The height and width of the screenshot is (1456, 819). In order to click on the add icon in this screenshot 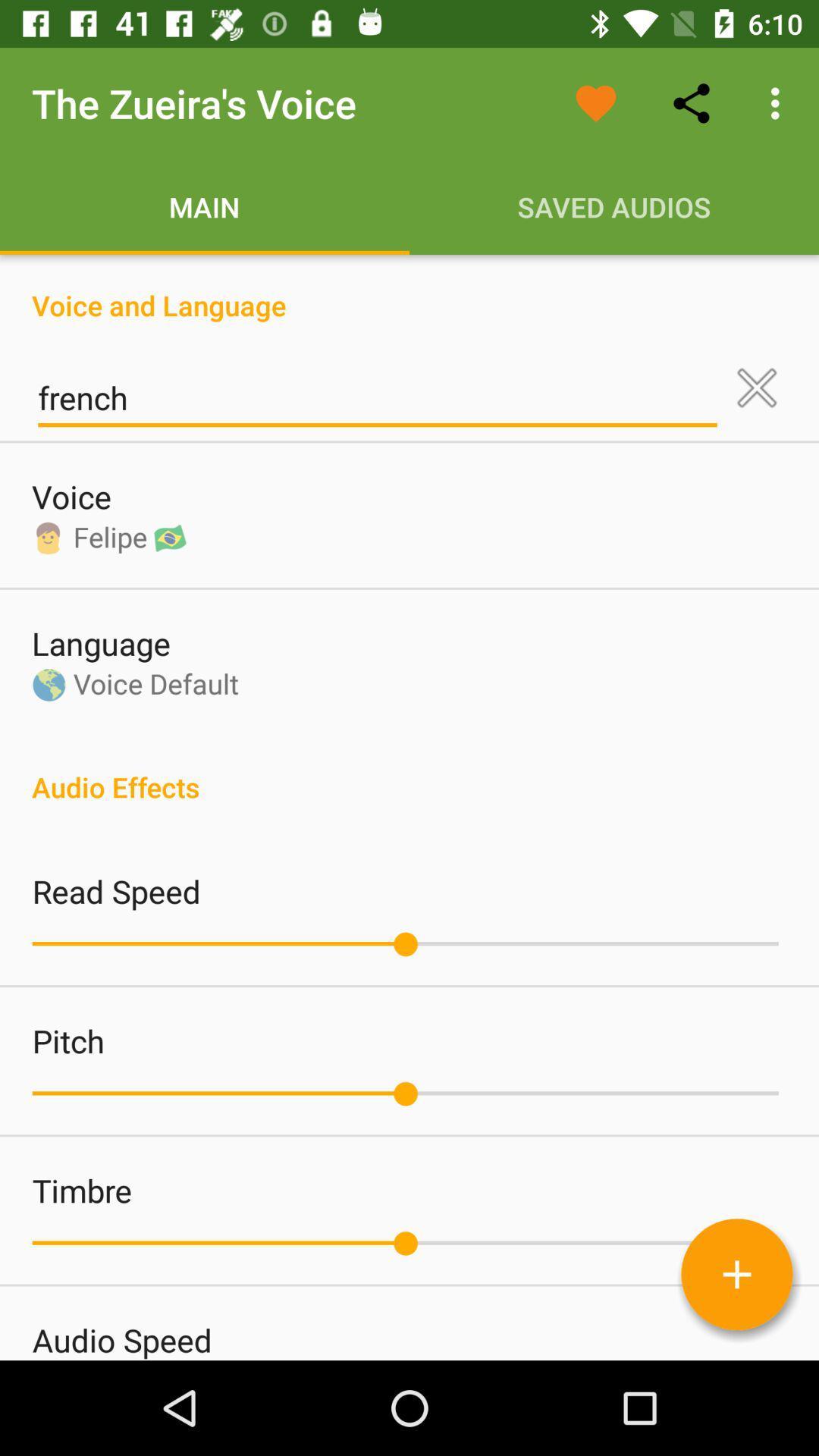, I will do `click(736, 1274)`.